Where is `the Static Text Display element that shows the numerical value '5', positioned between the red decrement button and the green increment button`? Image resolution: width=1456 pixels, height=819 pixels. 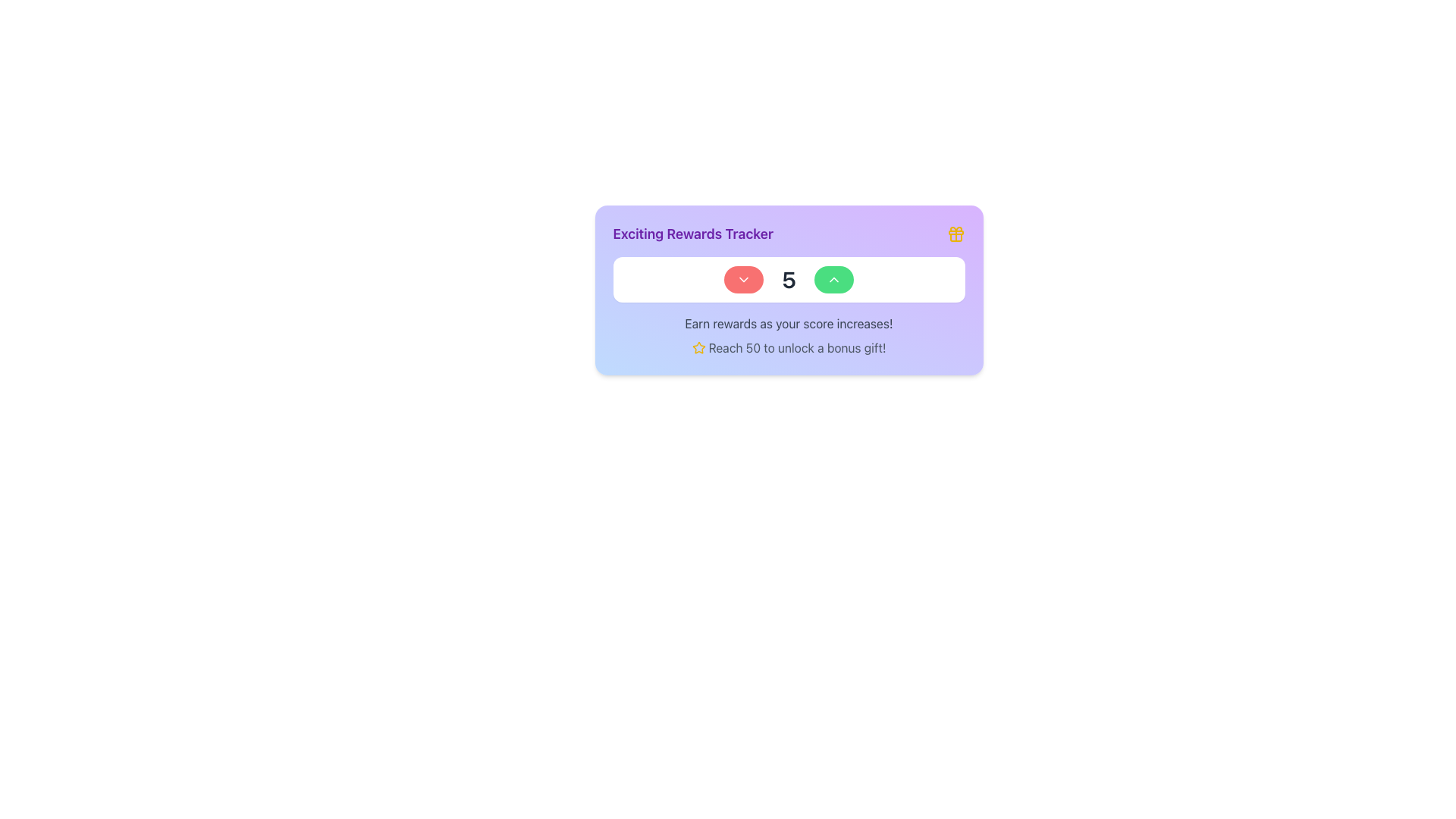 the Static Text Display element that shows the numerical value '5', positioned between the red decrement button and the green increment button is located at coordinates (789, 280).